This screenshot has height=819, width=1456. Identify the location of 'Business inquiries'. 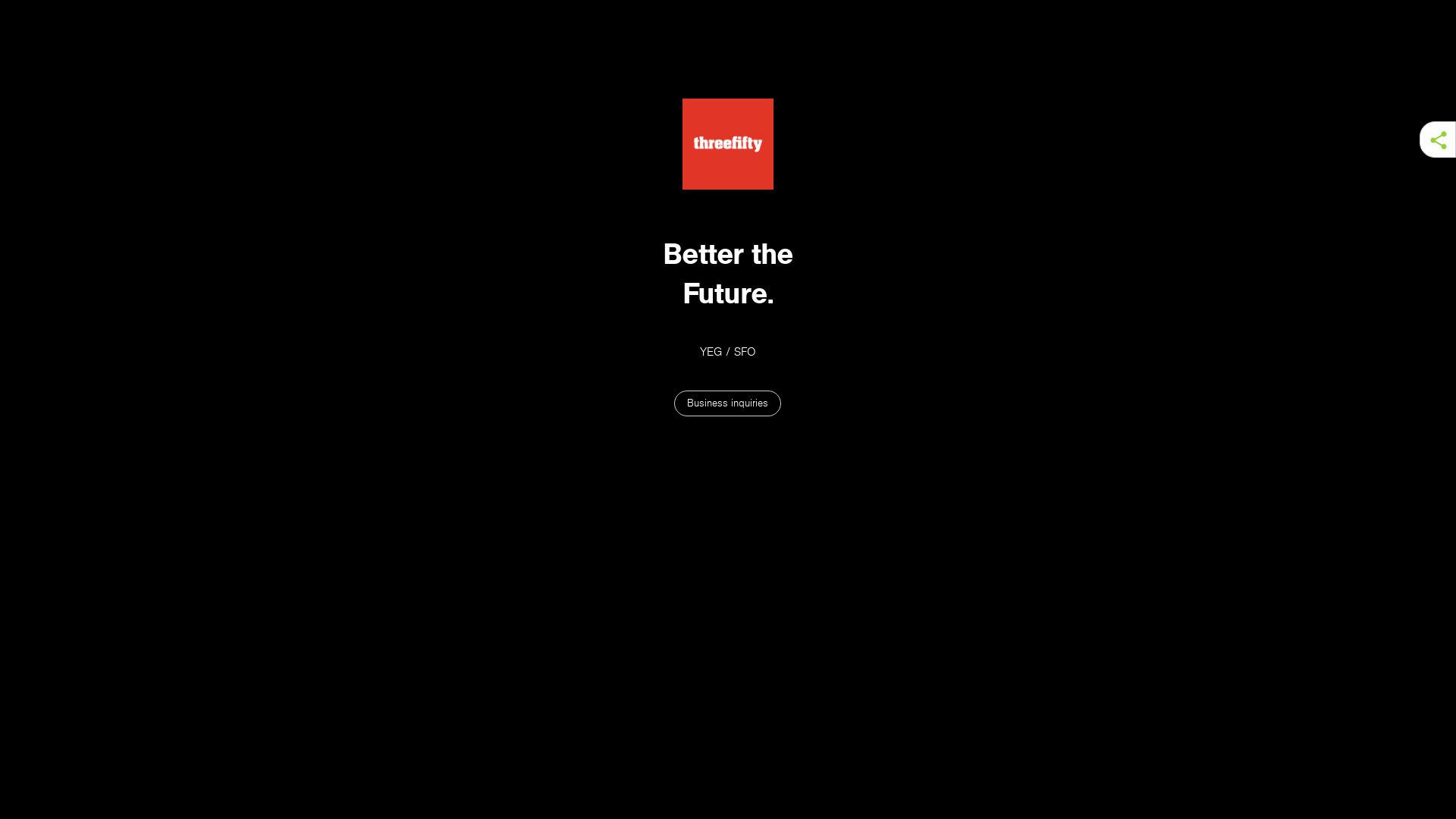
(726, 403).